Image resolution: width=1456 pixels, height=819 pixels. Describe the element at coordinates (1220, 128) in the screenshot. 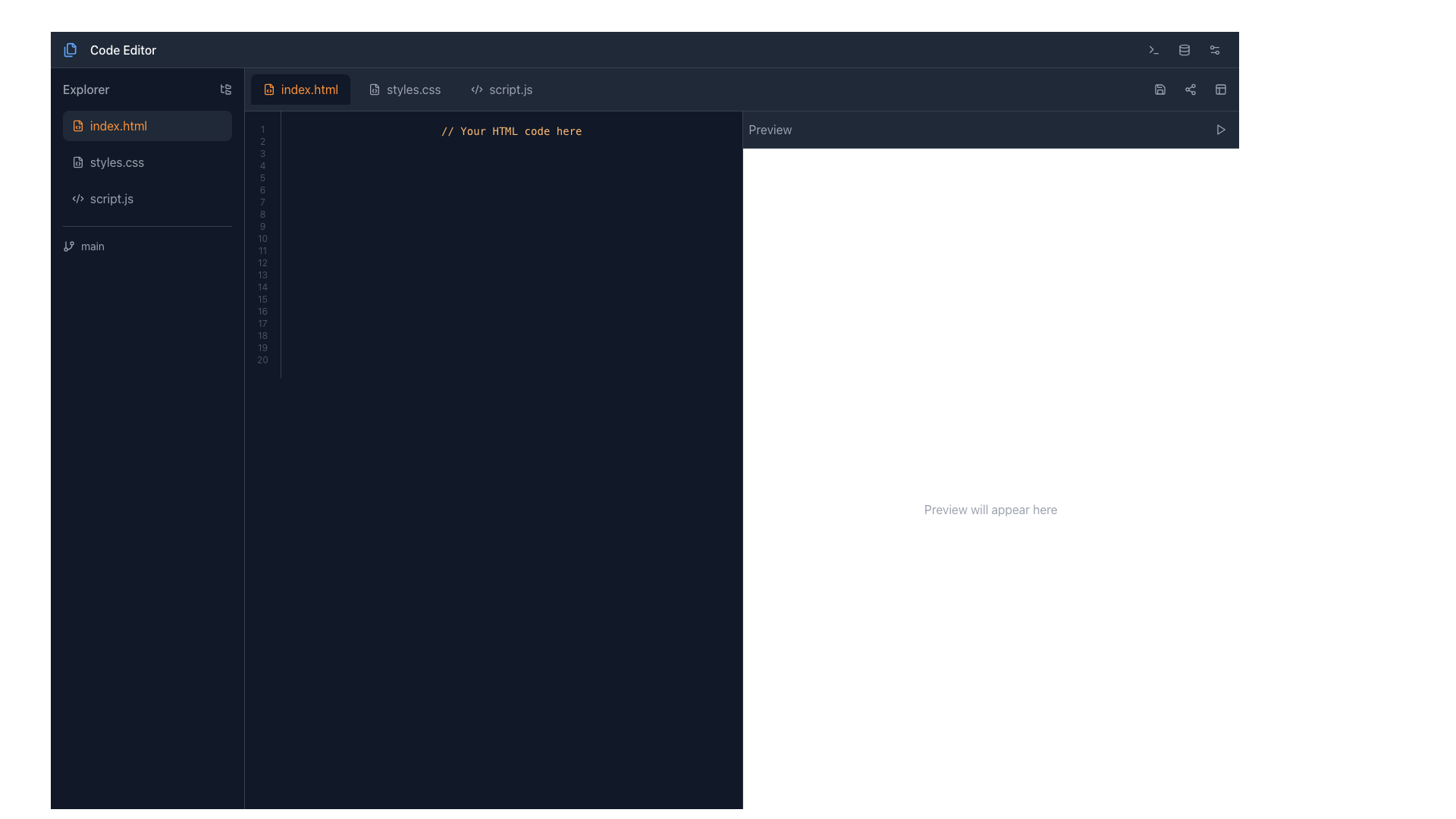

I see `the light gray play button with rounded corners located in the upper-right region of the interface's toolbar` at that location.